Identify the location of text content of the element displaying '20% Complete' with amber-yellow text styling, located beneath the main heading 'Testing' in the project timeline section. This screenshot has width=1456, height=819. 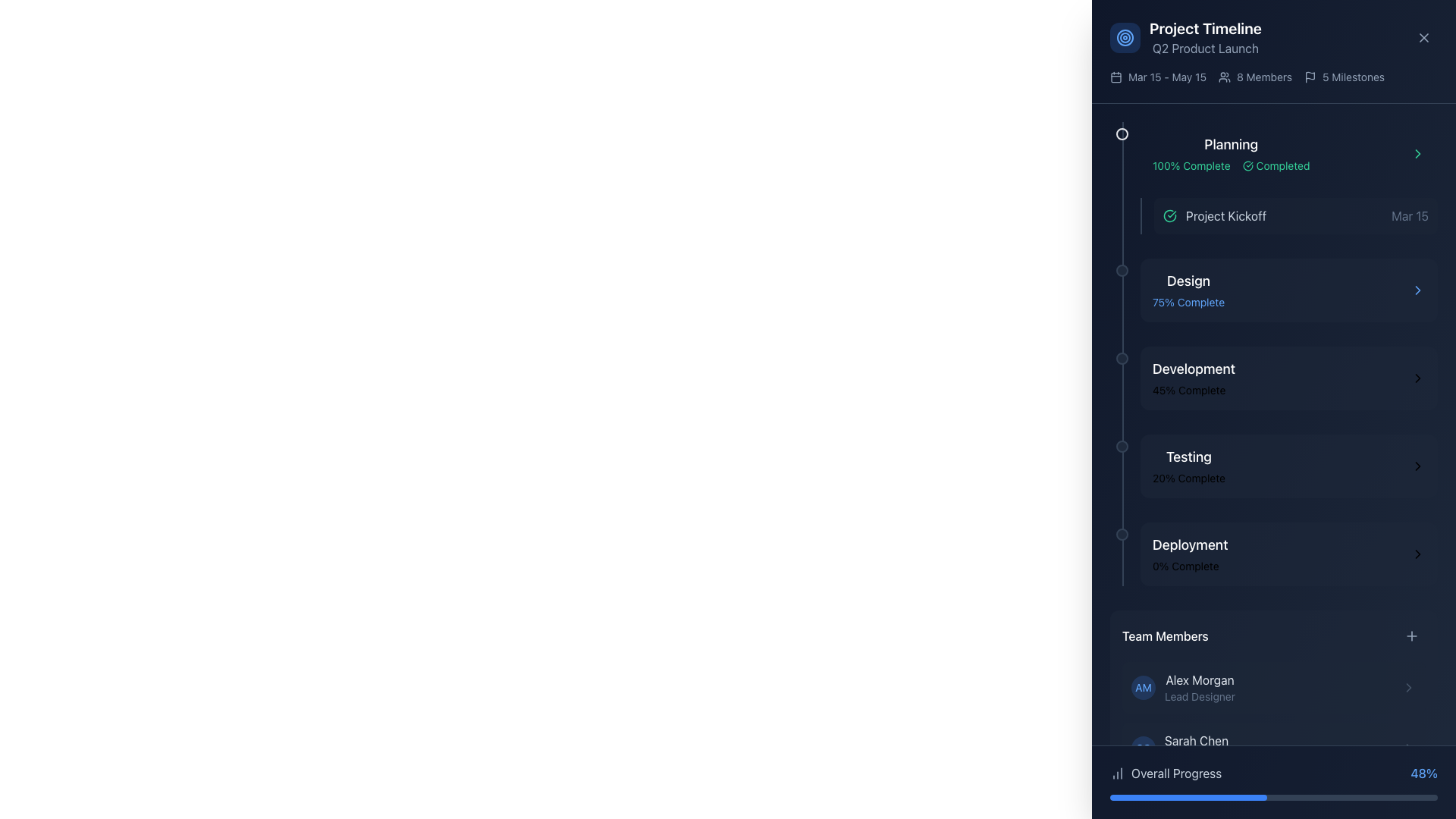
(1188, 479).